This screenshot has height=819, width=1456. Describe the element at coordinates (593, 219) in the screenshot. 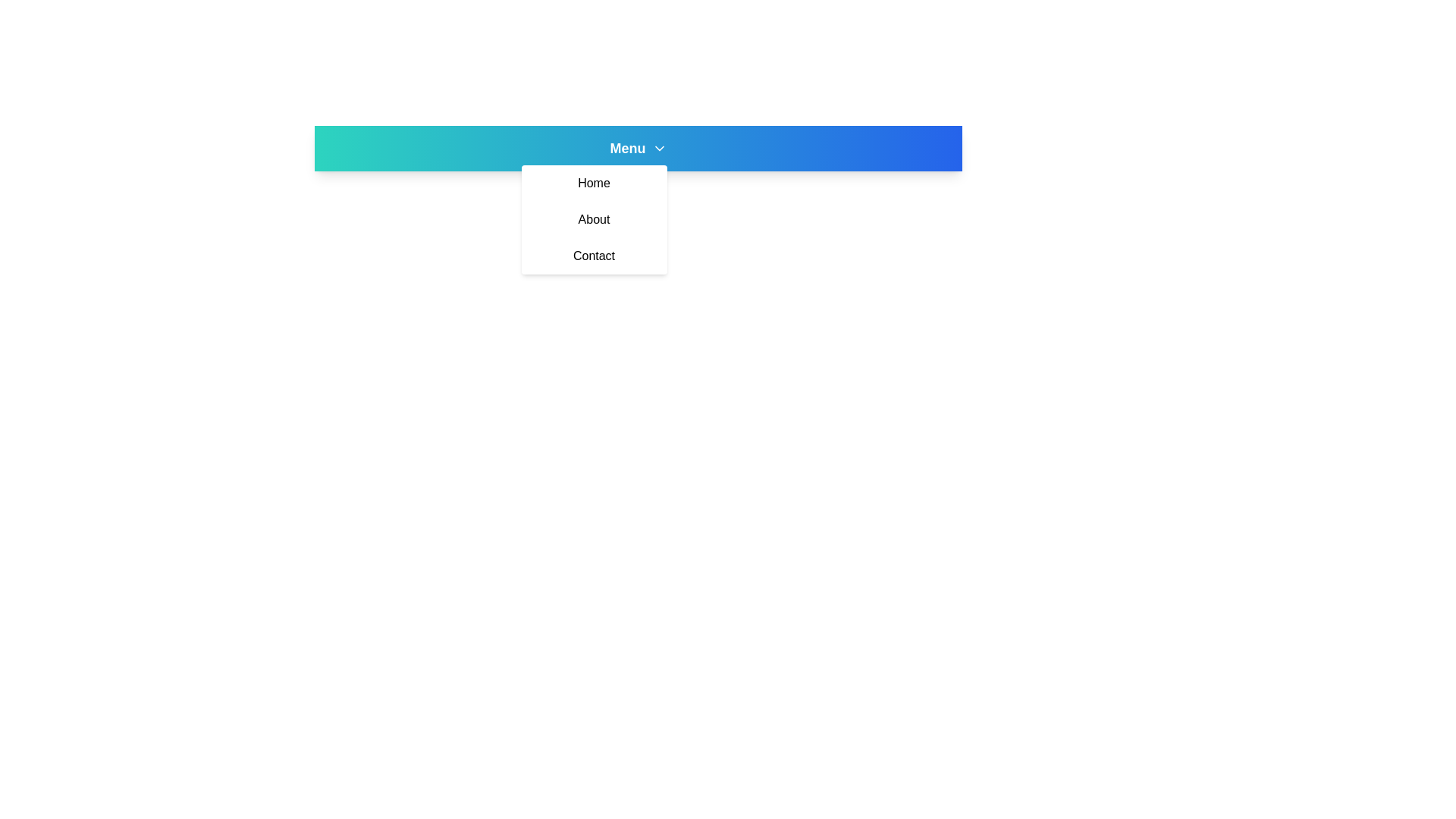

I see `the menu item About` at that location.